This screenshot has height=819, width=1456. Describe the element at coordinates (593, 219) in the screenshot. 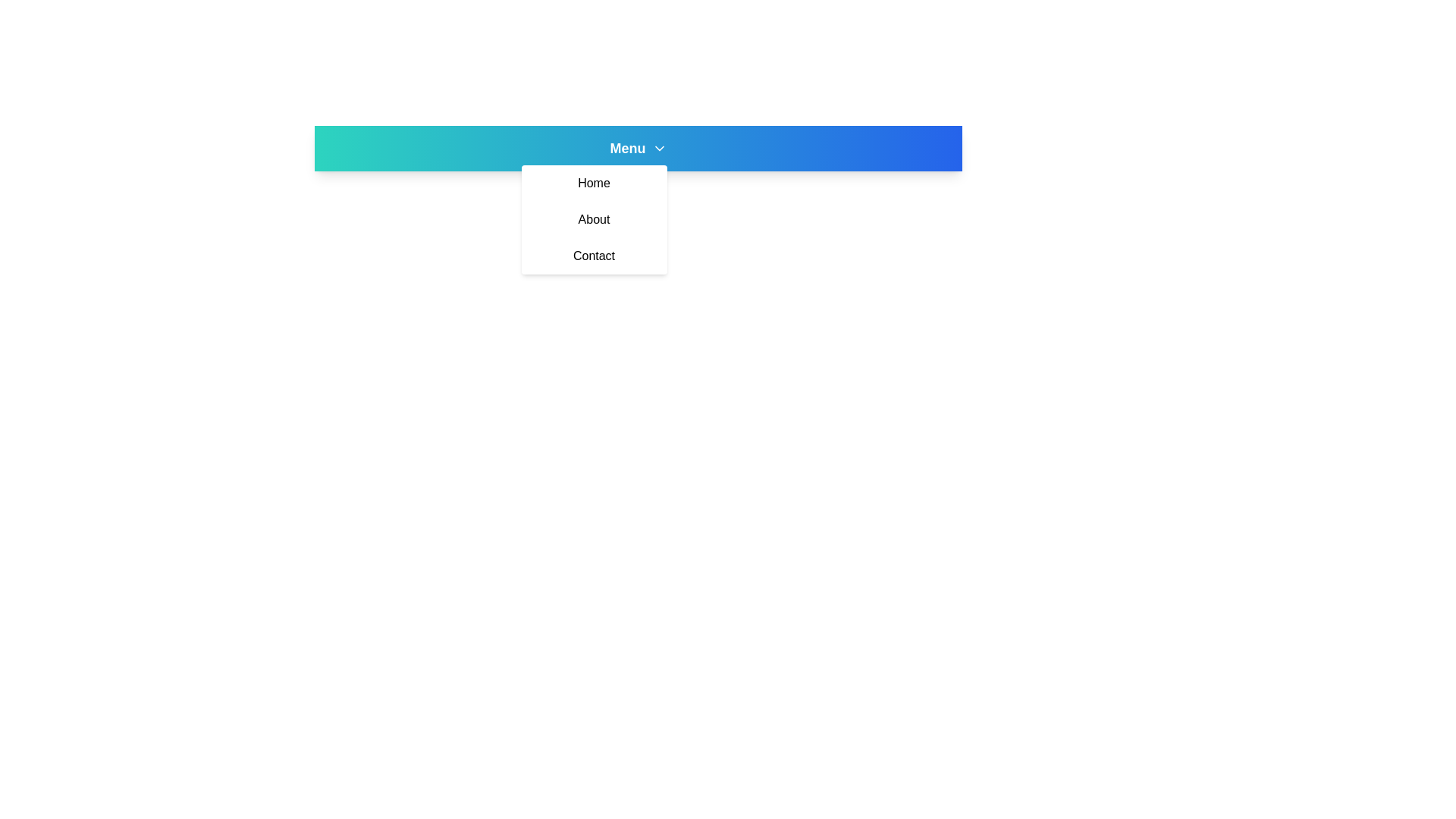

I see `the menu item About` at that location.